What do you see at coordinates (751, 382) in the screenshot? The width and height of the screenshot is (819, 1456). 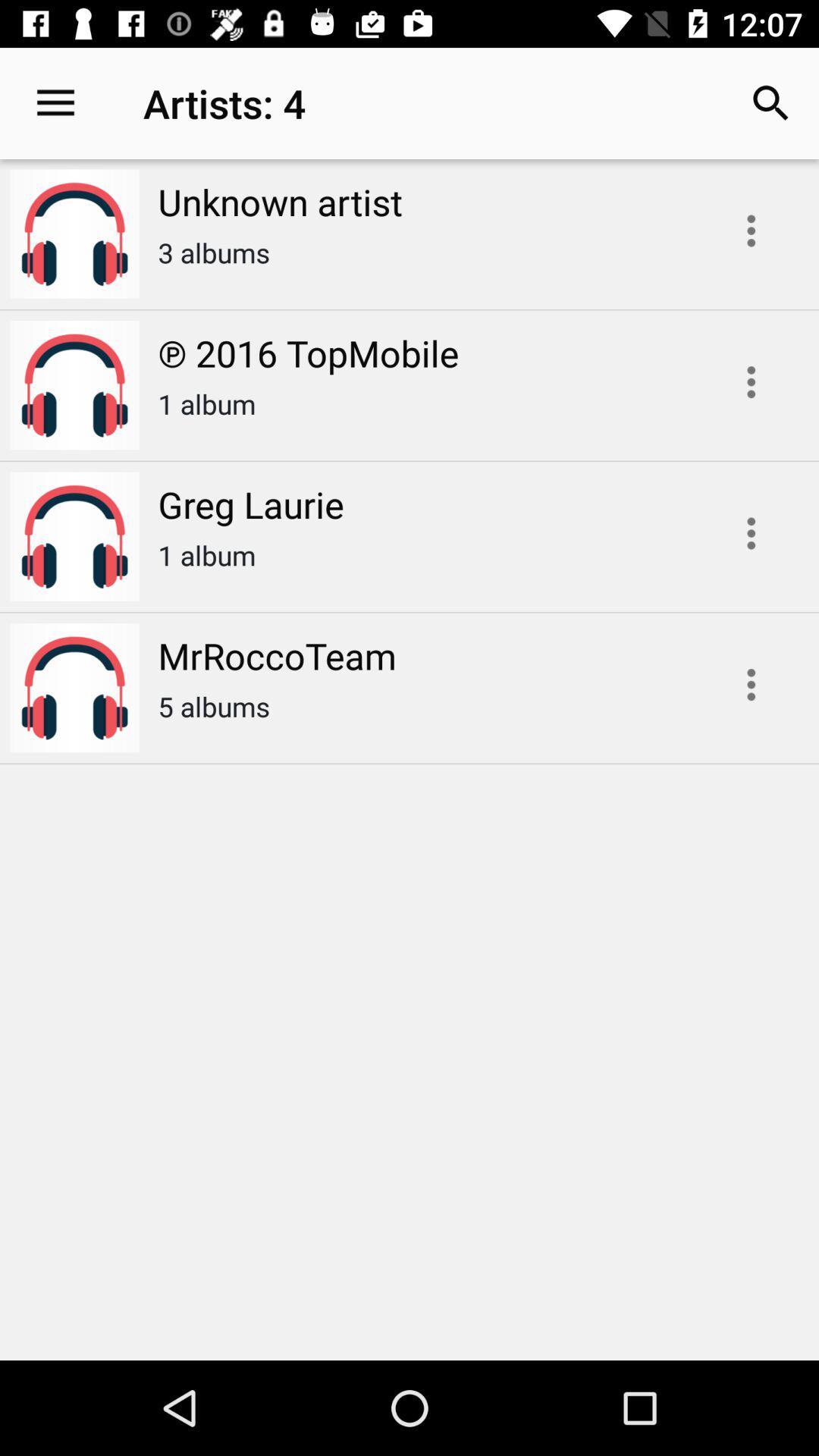 I see `more information` at bounding box center [751, 382].